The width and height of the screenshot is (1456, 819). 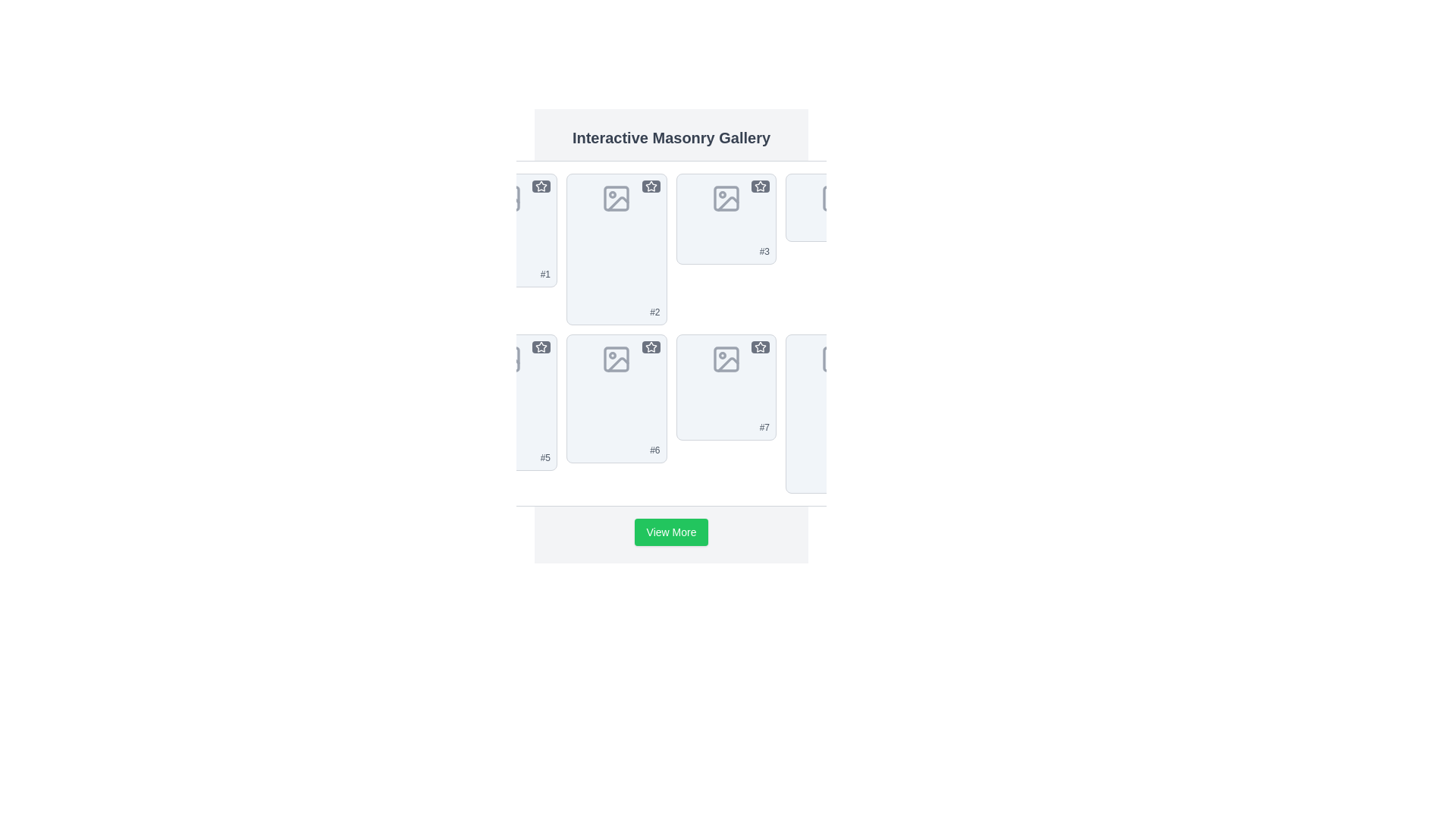 What do you see at coordinates (651, 186) in the screenshot?
I see `the star icon located in the top-right corner of box '#2' in the 'Interactive Masonry Gallery' to mark it as a favorite` at bounding box center [651, 186].